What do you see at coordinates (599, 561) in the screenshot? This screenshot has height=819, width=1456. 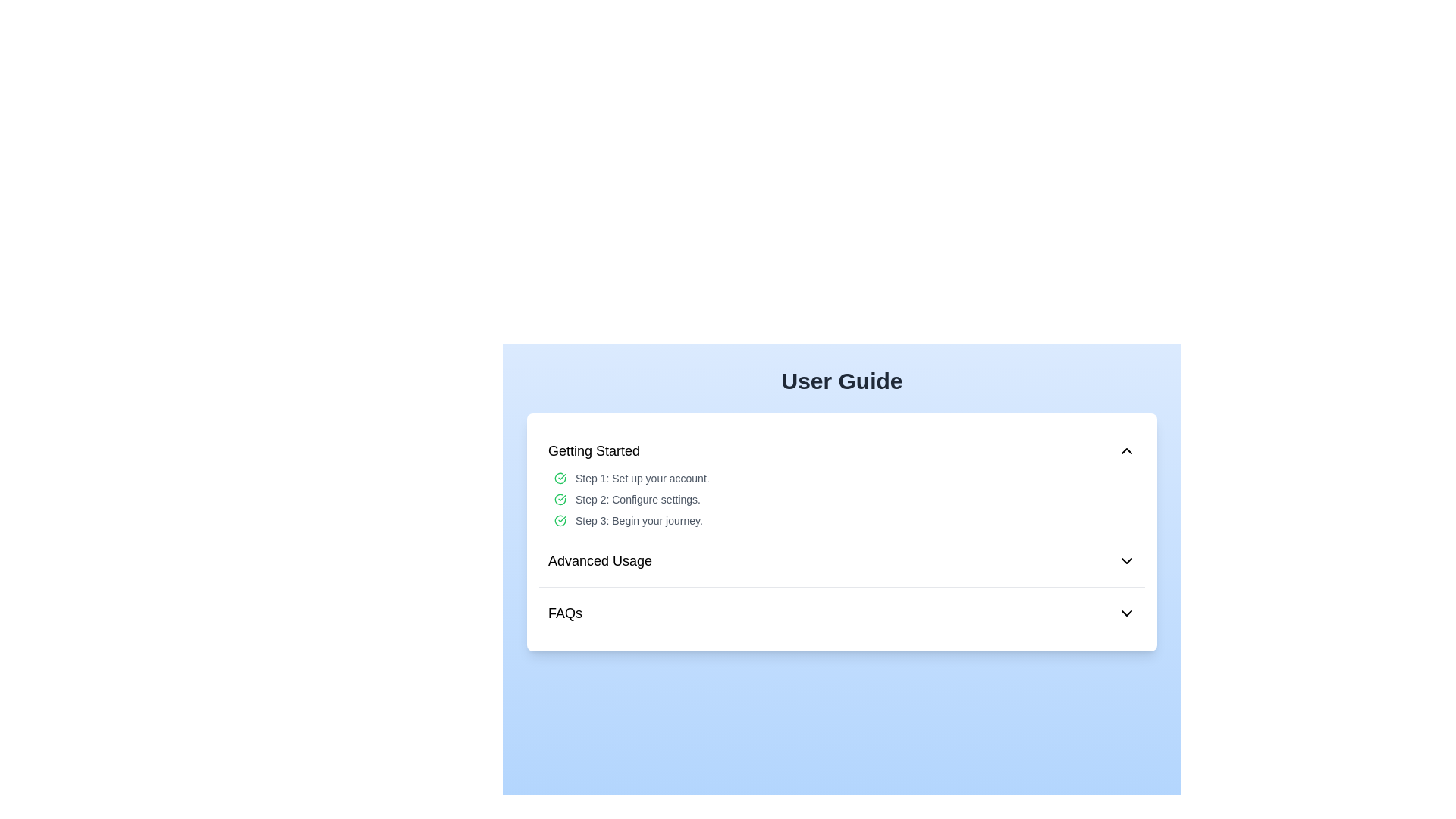 I see `the text label displaying 'Advanced Usage', which is styled in bold and located within the expandable section under 'Getting Started'` at bounding box center [599, 561].